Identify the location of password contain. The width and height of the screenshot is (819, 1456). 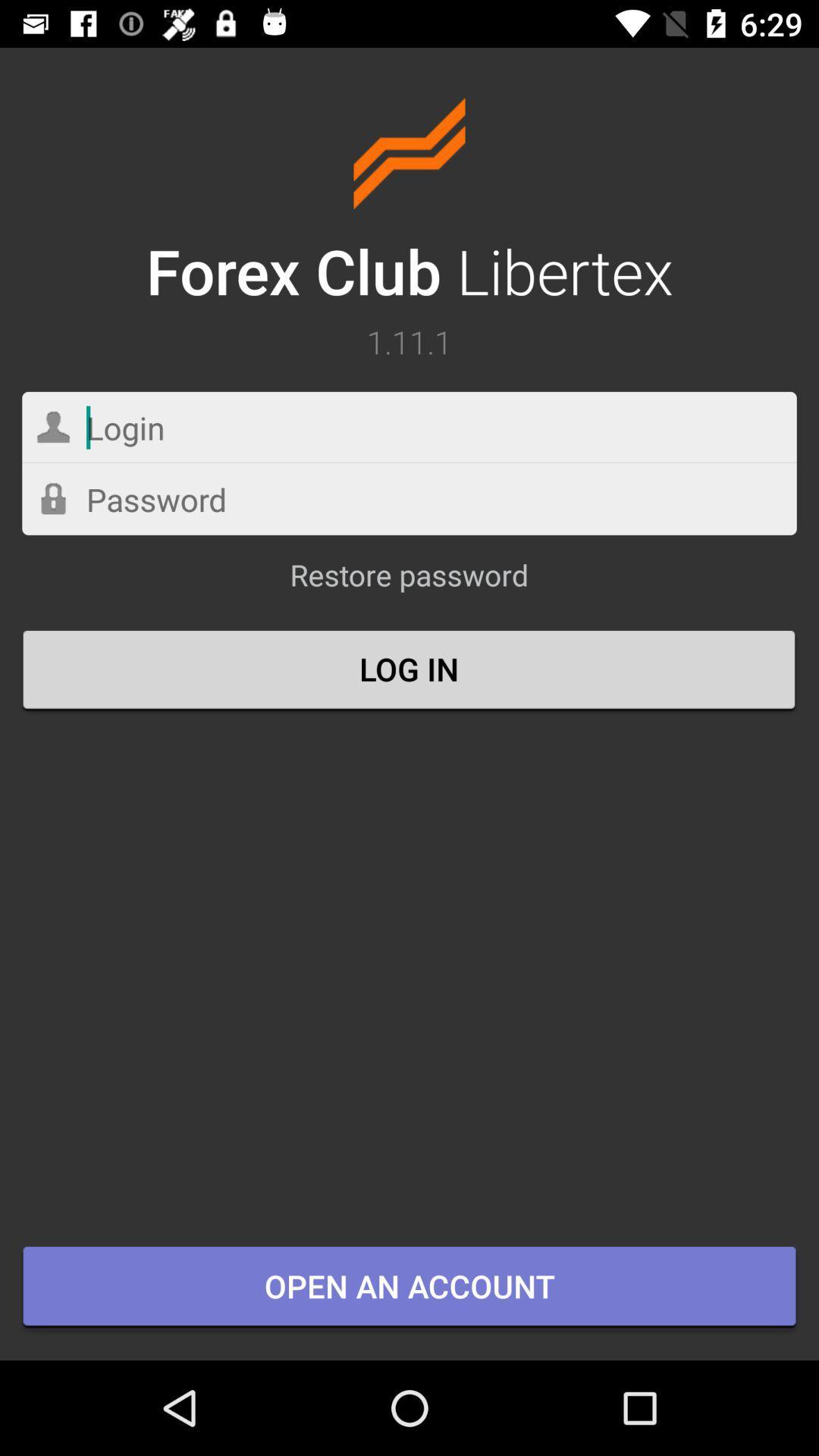
(409, 499).